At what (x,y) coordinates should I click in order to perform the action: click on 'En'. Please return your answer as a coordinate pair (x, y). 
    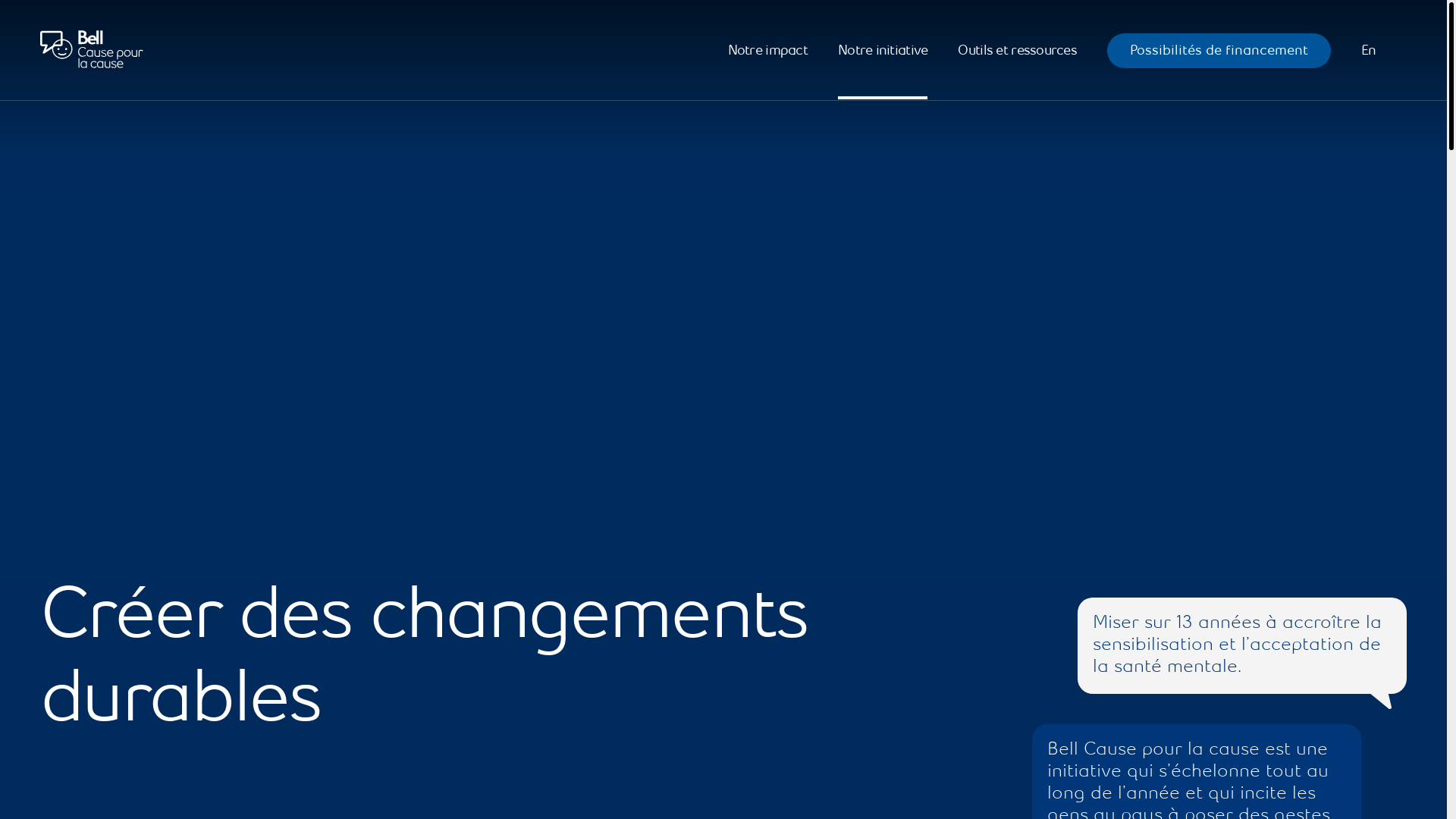
    Looking at the image, I should click on (1368, 49).